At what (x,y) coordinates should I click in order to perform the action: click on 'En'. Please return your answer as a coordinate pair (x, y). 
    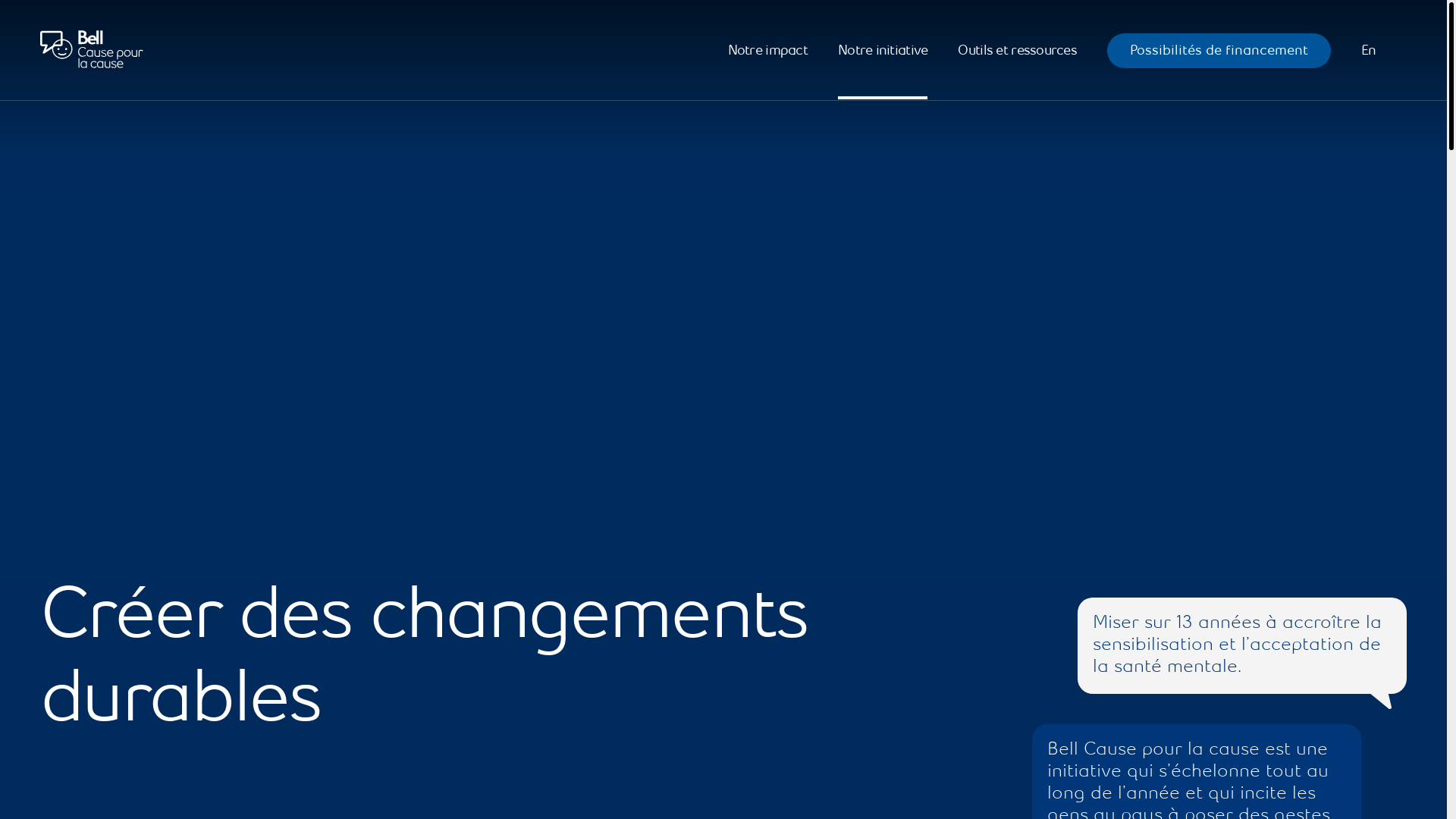
    Looking at the image, I should click on (1368, 49).